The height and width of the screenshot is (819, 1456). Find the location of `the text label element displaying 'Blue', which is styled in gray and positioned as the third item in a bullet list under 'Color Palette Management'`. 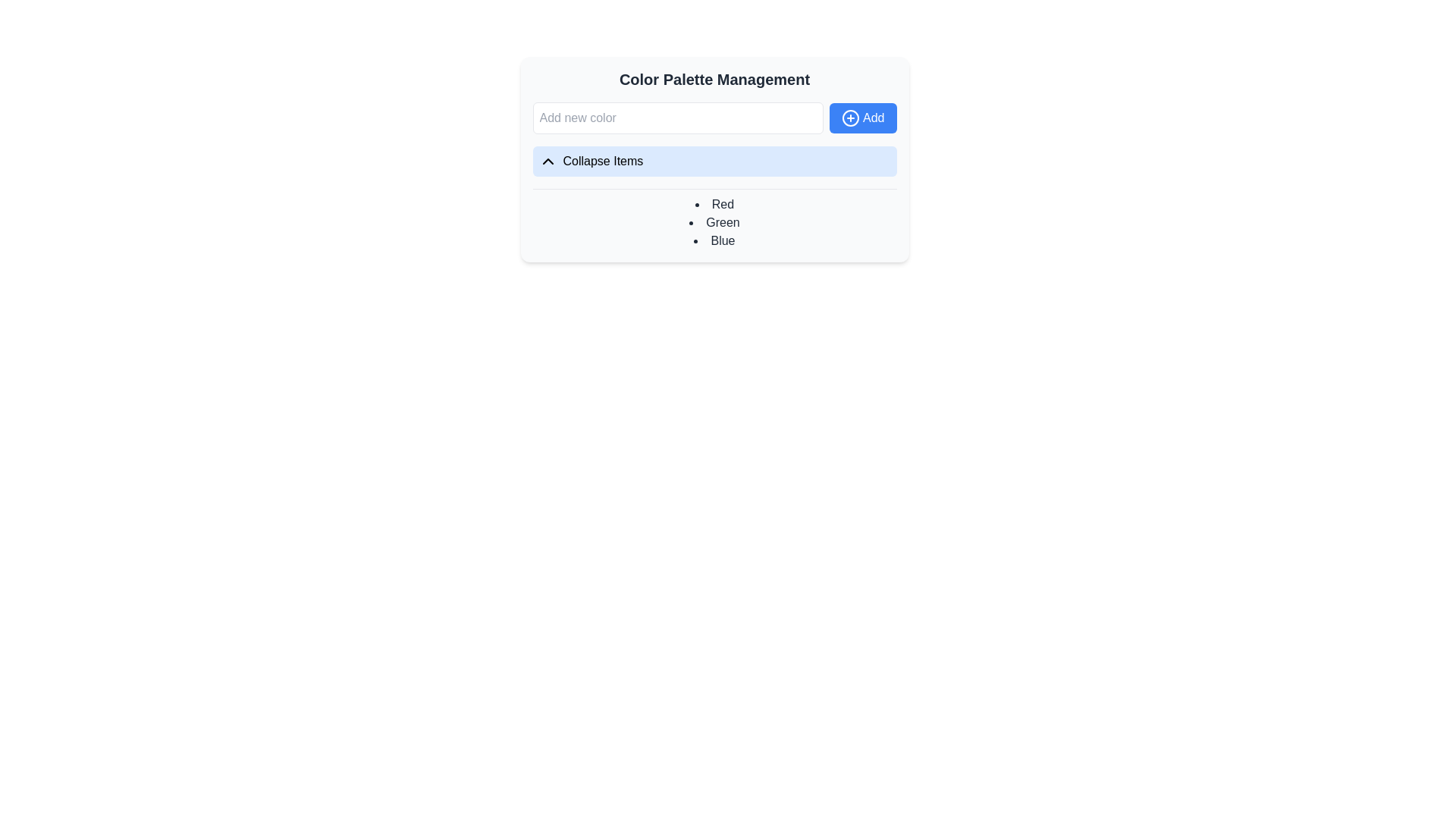

the text label element displaying 'Blue', which is styled in gray and positioned as the third item in a bullet list under 'Color Palette Management' is located at coordinates (714, 240).